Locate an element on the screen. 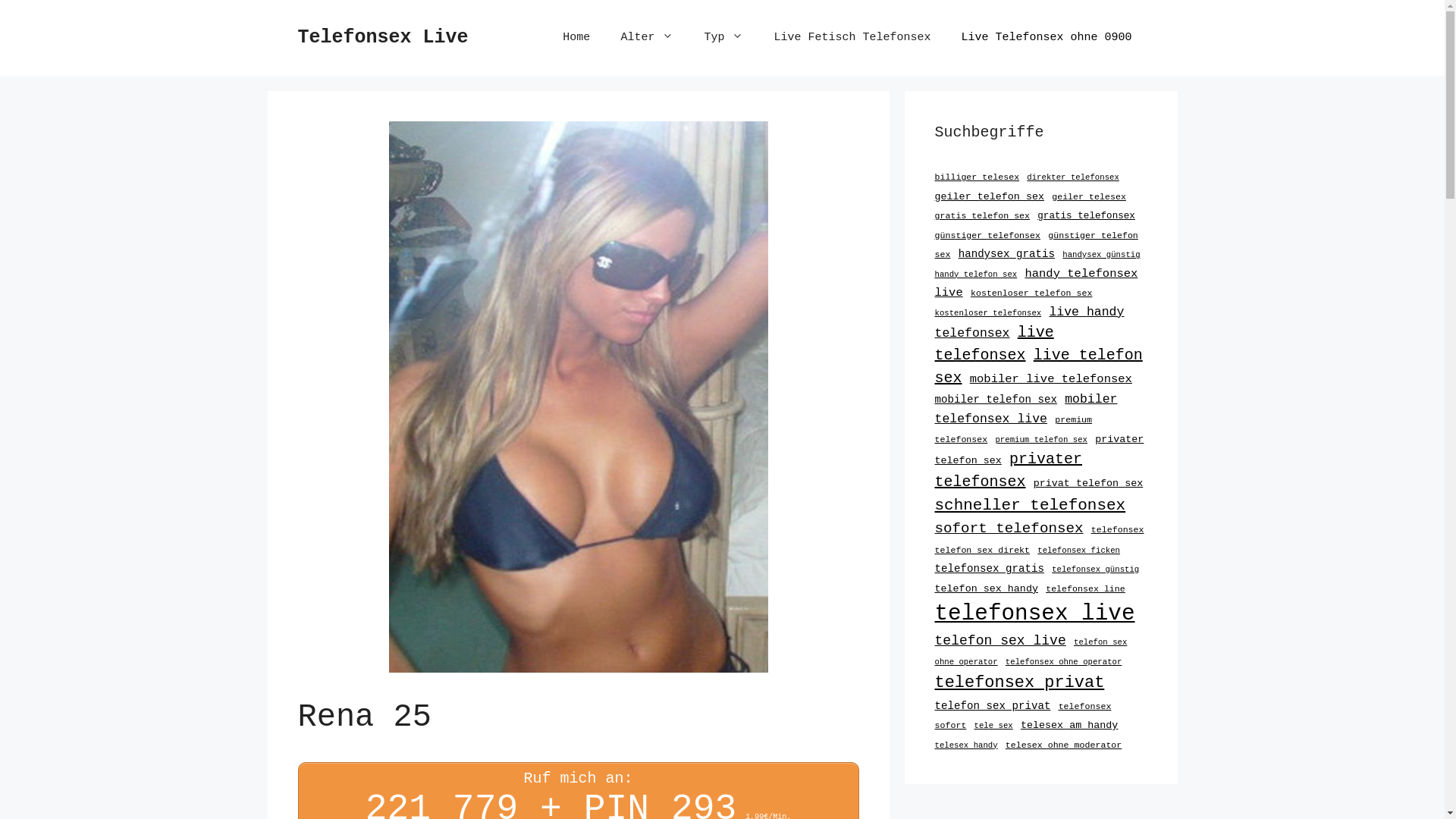  'billiger telesex' is located at coordinates (976, 176).